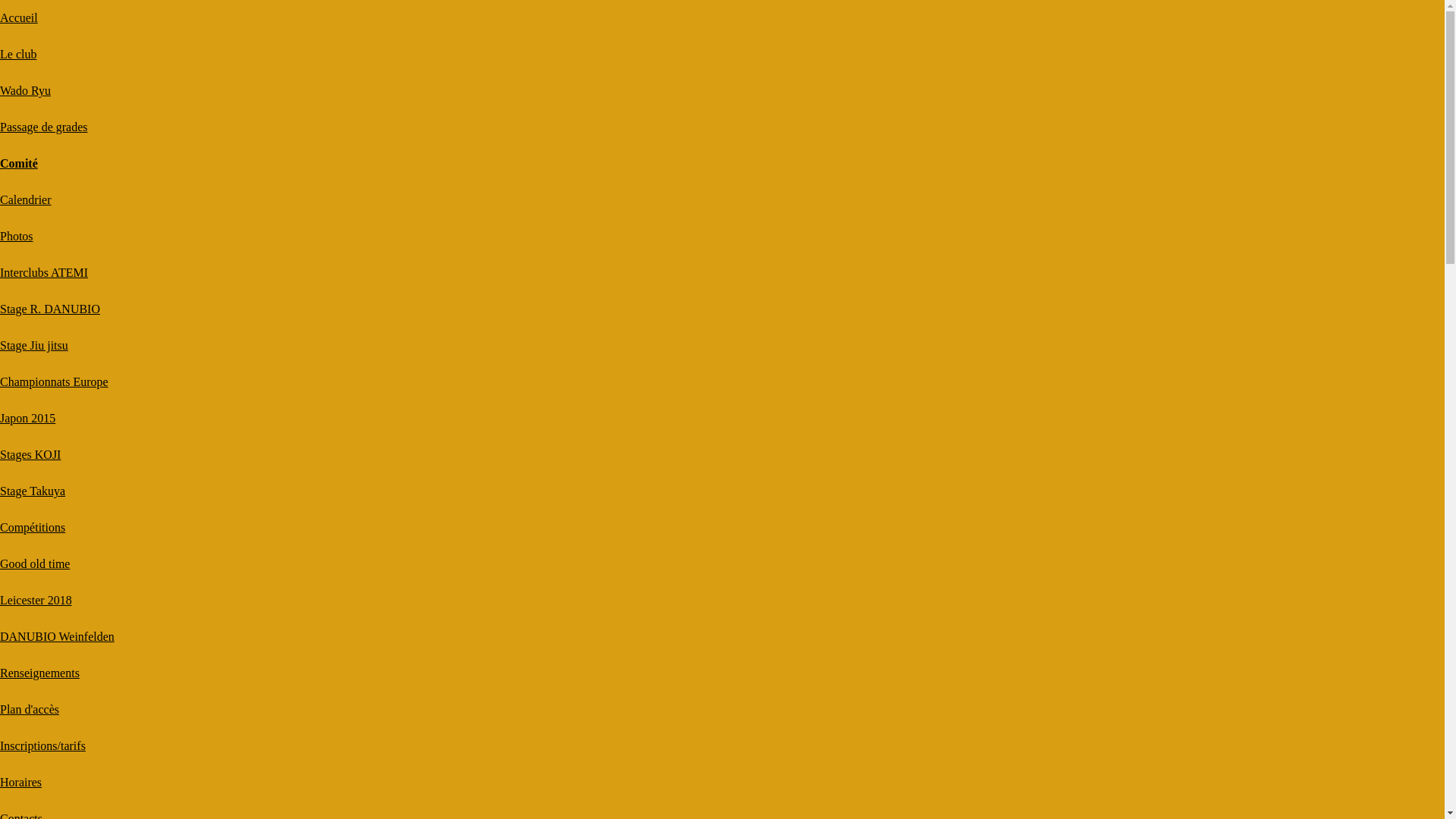 This screenshot has width=1456, height=819. I want to click on 'Renseignements', so click(39, 672).